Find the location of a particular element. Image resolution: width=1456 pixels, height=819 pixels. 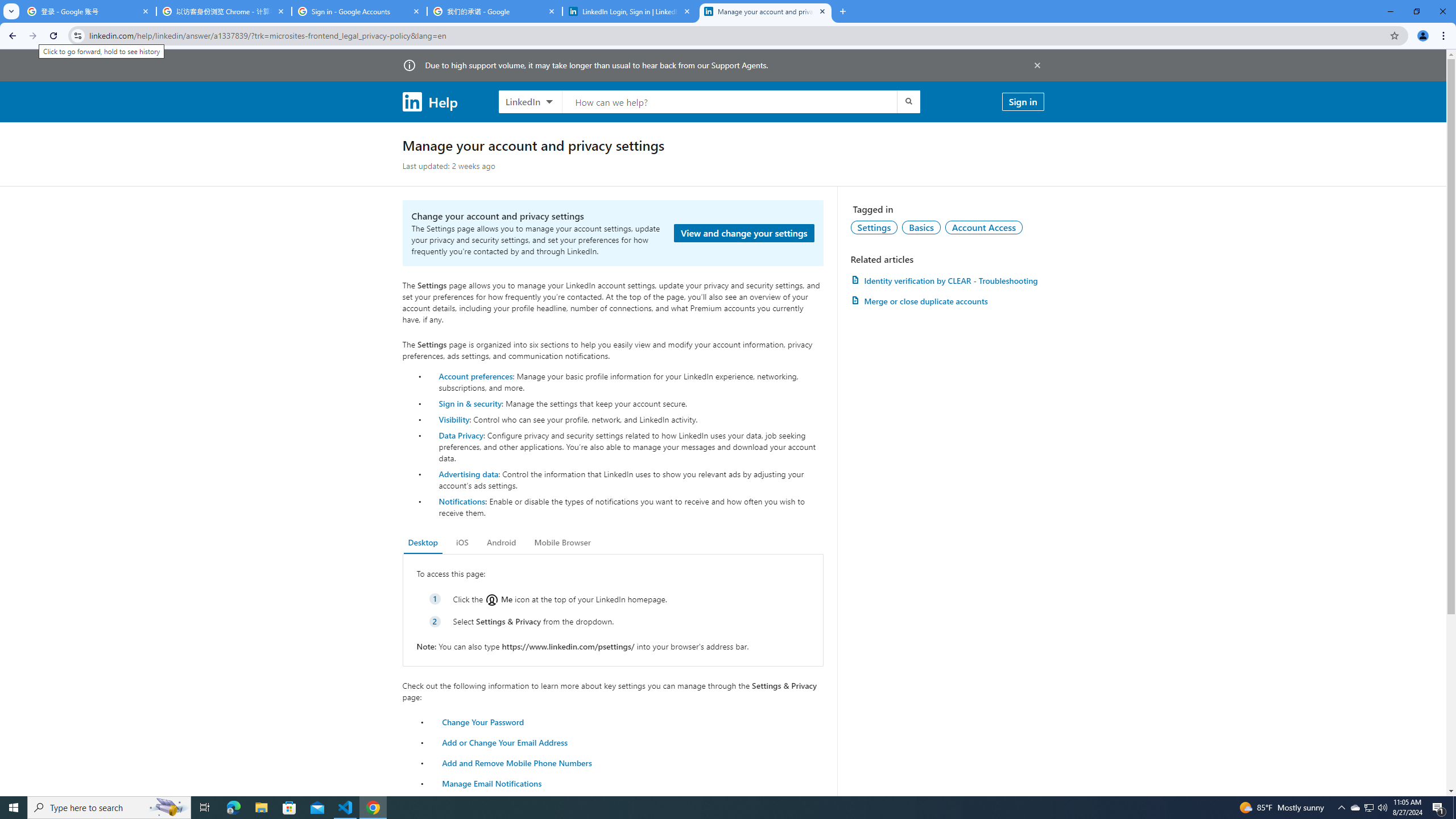

'Desktop' is located at coordinates (422, 542).